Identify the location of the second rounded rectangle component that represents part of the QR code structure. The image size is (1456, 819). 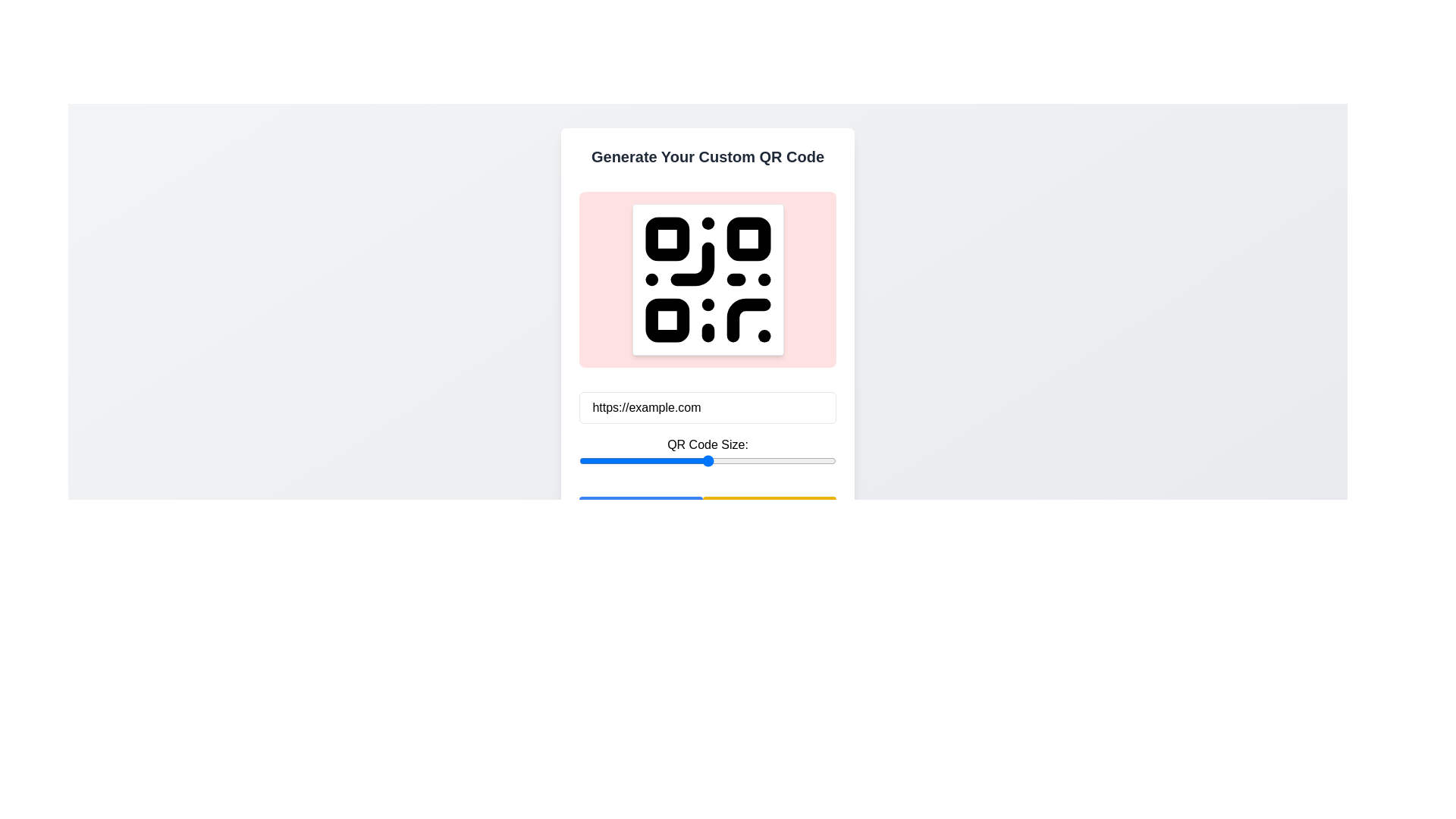
(748, 239).